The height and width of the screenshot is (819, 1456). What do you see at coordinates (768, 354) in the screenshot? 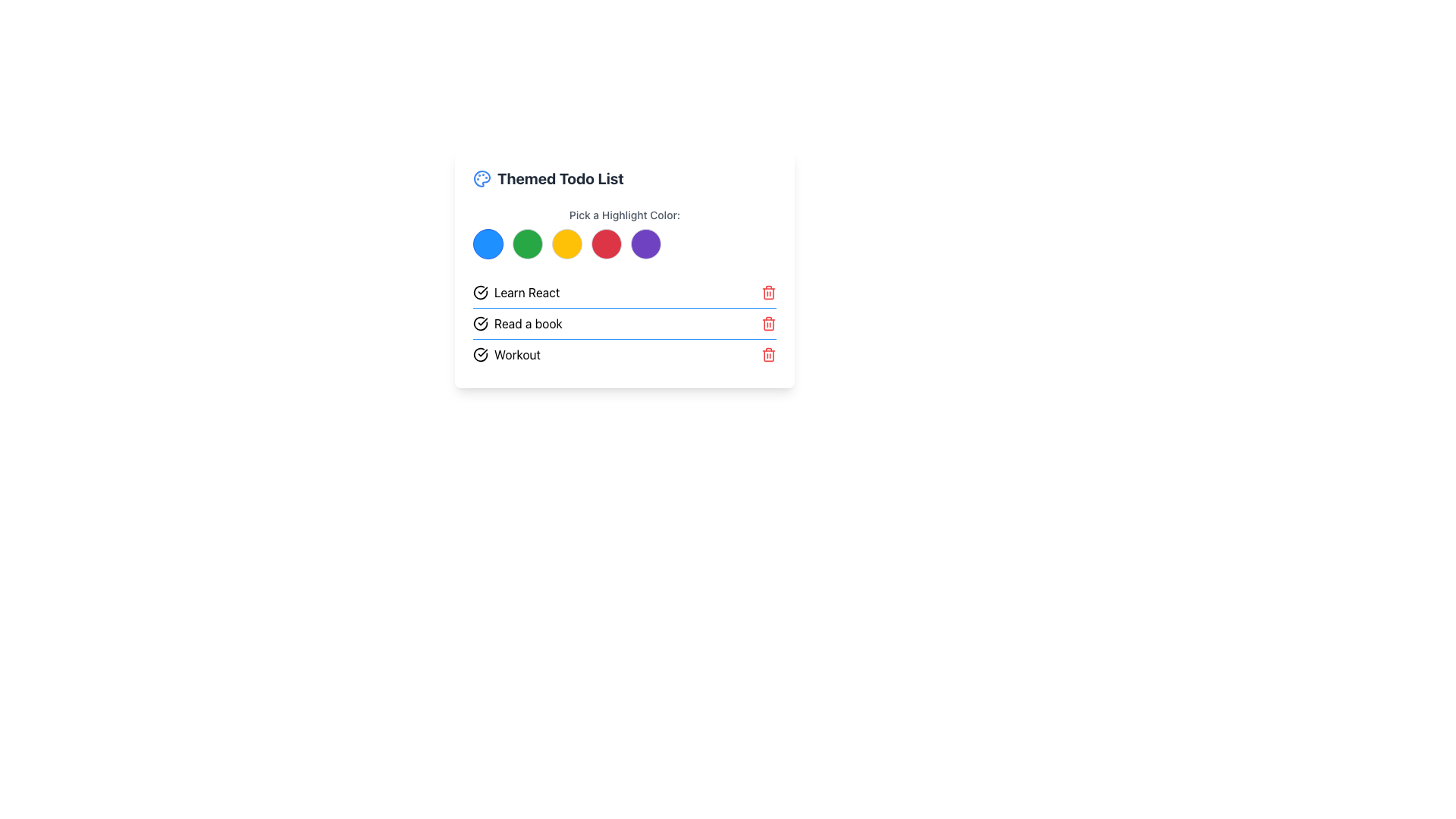
I see `the Trash can icon button located at the rightmost position in the list item labeled 'Workout'` at bounding box center [768, 354].